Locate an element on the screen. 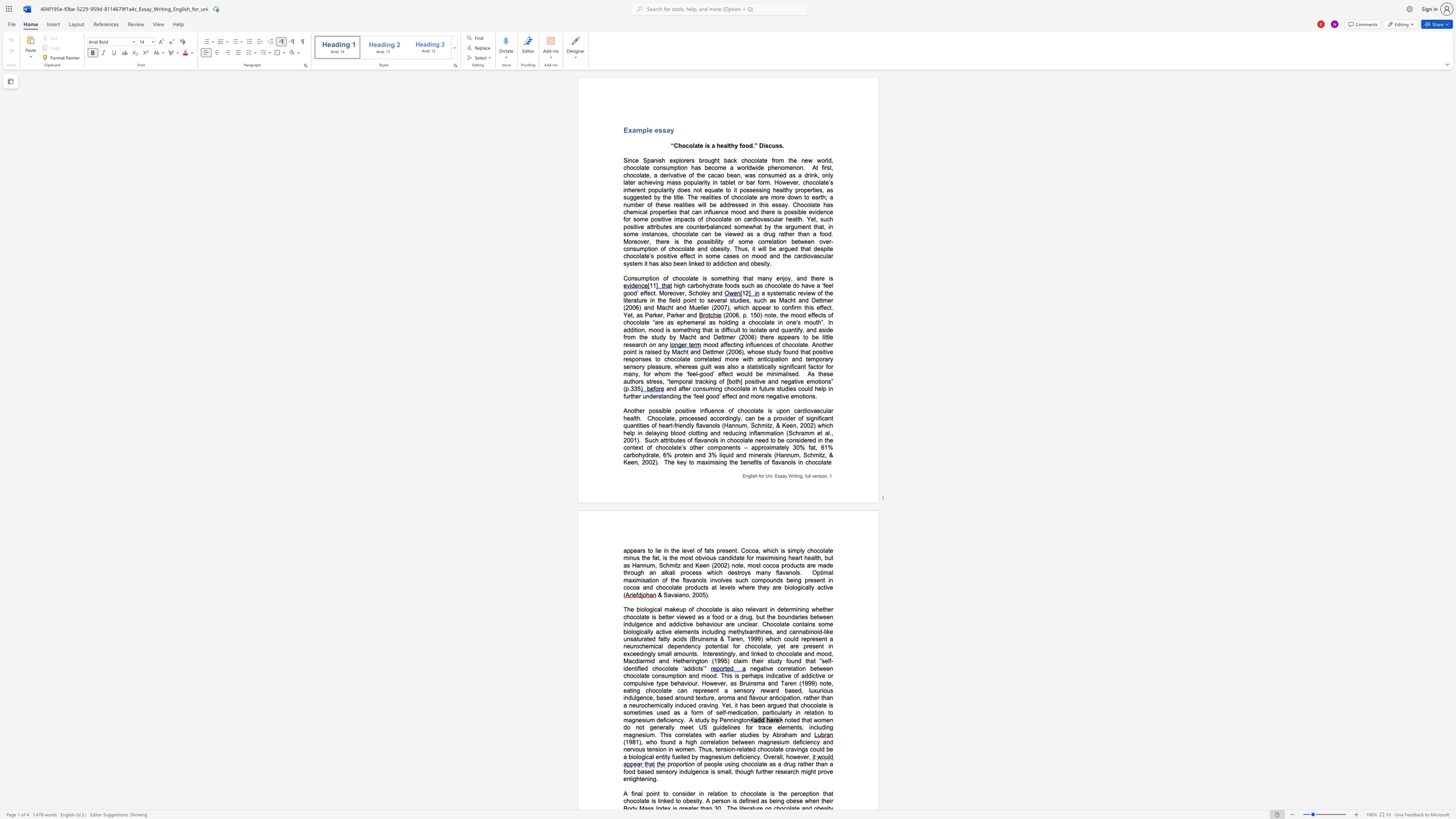 The width and height of the screenshot is (1456, 819). the subset text "e e" within the text "Example essay" is located at coordinates (648, 129).